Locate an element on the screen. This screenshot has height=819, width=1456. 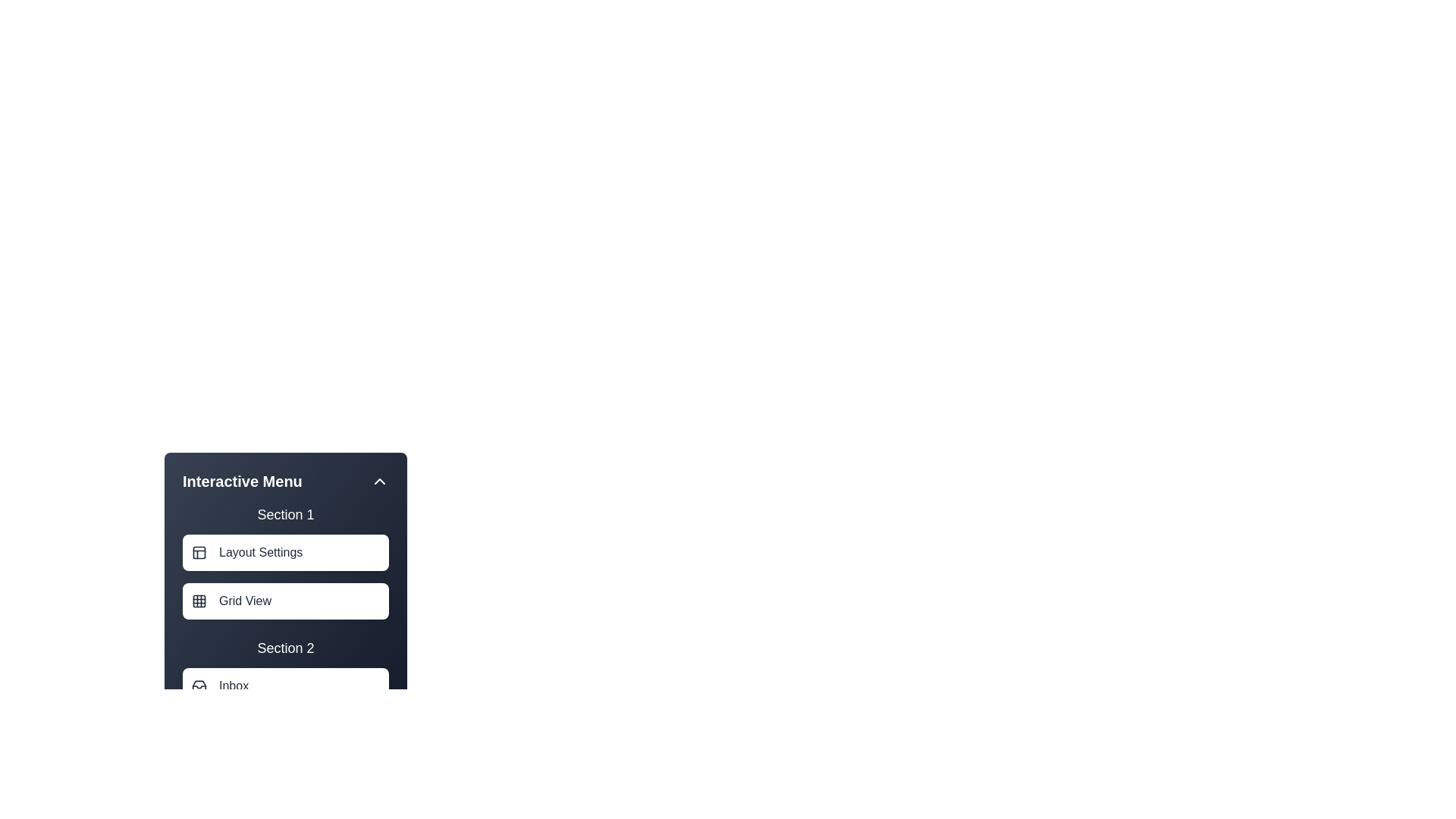
the icon associated with Layout Settings is located at coordinates (199, 553).